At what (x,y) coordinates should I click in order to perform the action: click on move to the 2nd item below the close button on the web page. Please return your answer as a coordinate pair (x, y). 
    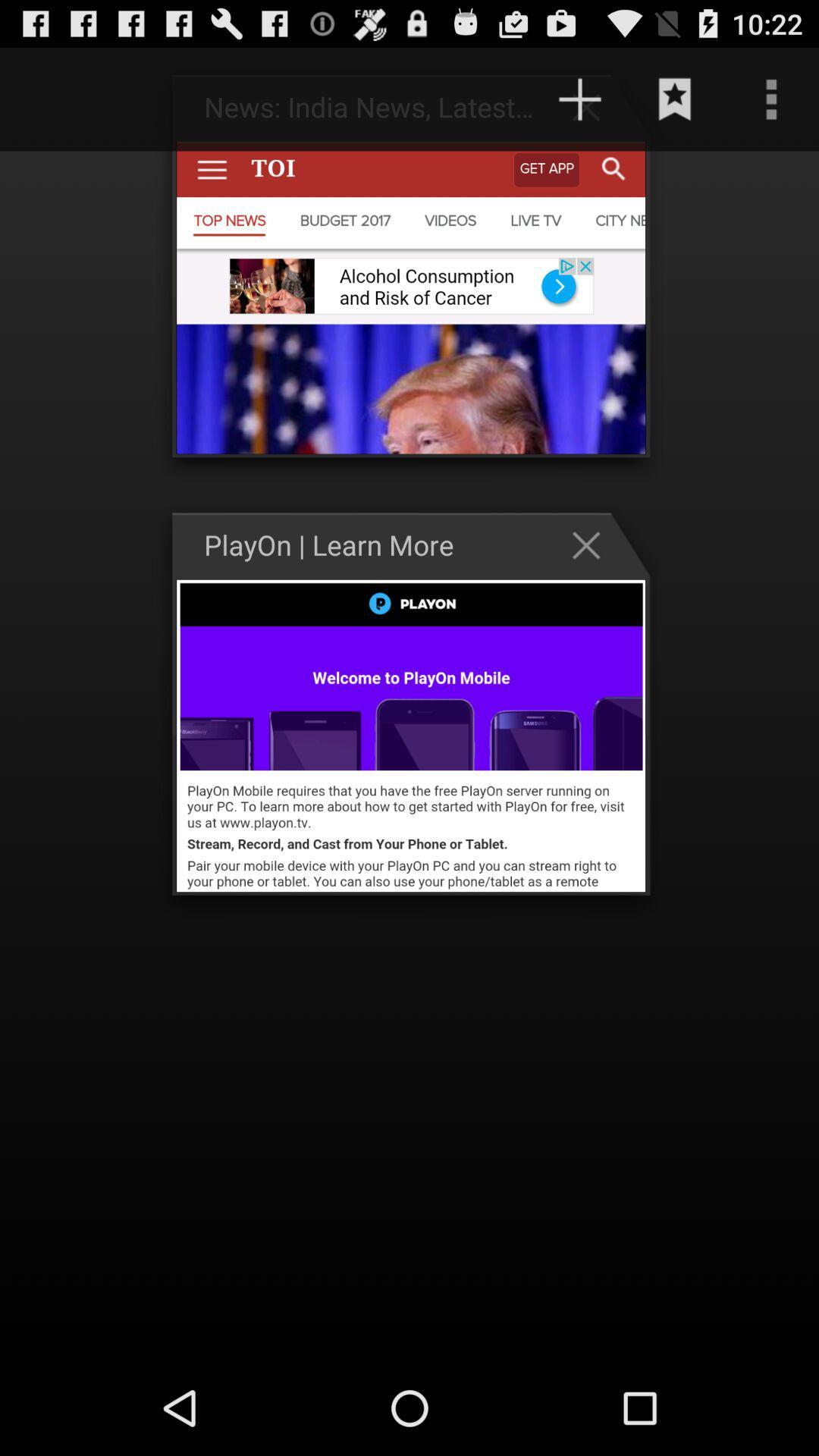
    Looking at the image, I should click on (411, 736).